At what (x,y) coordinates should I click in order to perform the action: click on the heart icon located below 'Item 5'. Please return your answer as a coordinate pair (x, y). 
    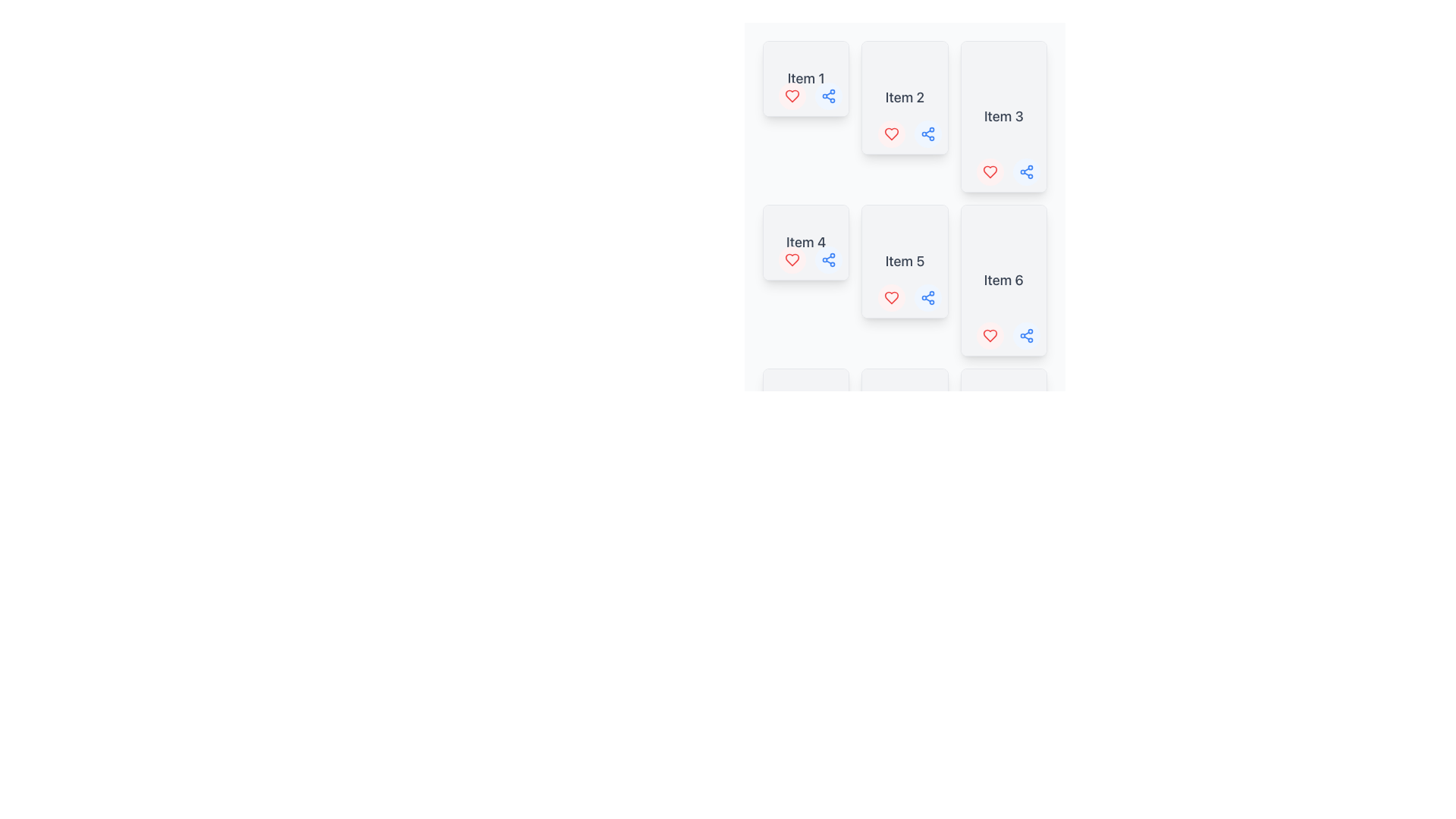
    Looking at the image, I should click on (891, 298).